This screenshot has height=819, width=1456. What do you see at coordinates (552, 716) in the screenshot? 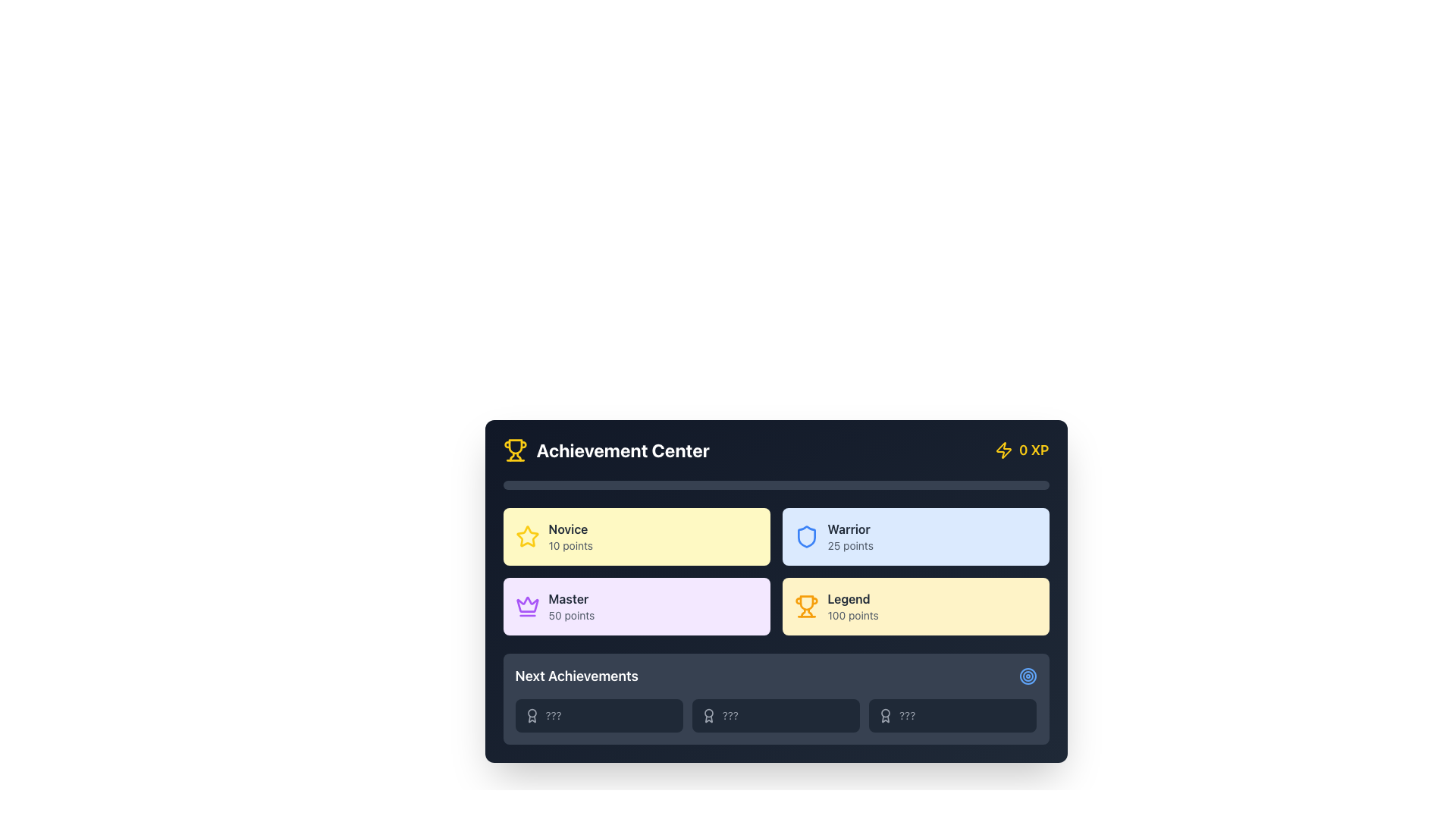
I see `the descriptive Text label styled in gray, located in the bottom row of the 'Next Achievements' section, positioned centrally between an icon and other similar elements` at bounding box center [552, 716].